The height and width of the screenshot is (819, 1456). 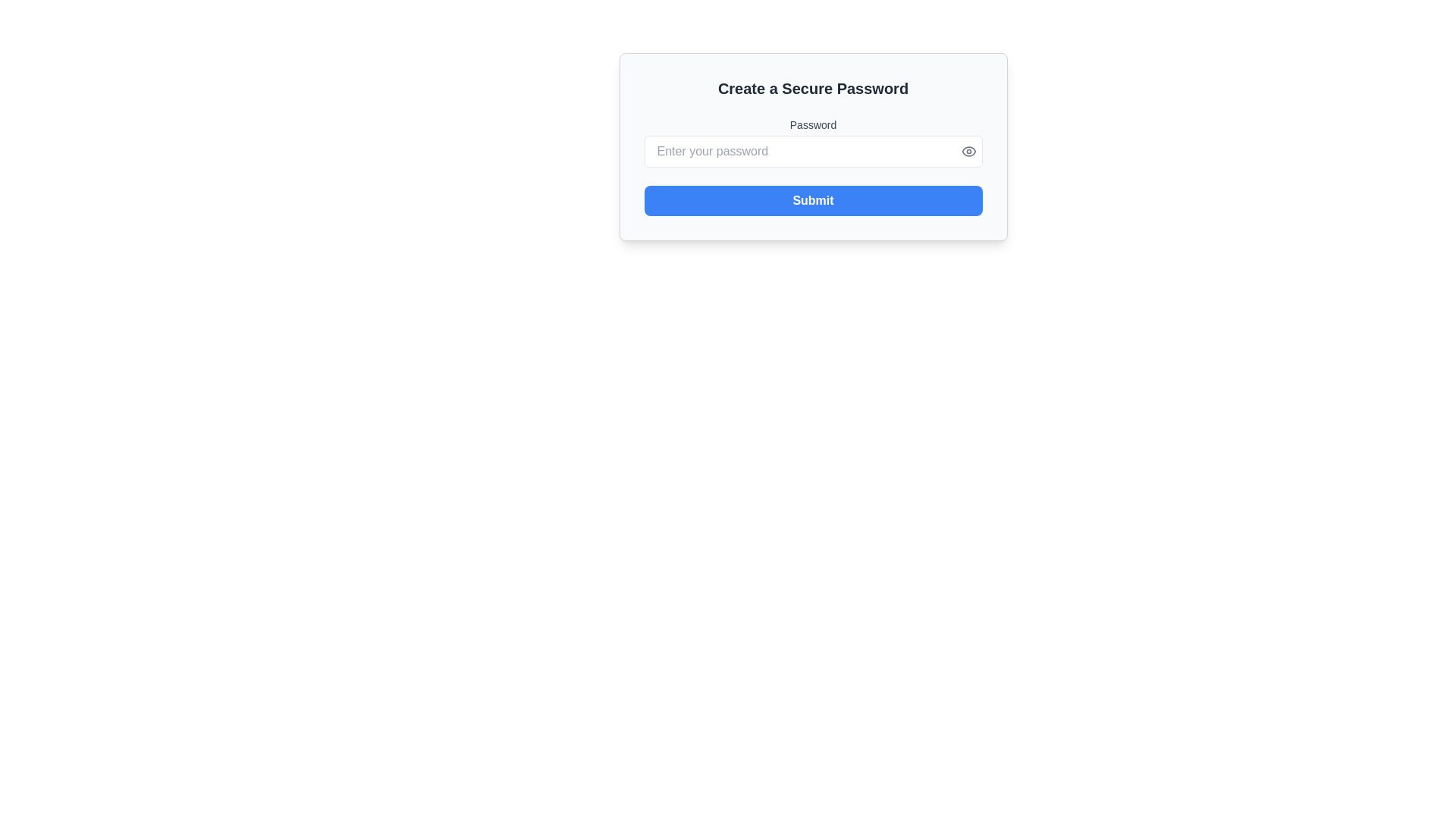 What do you see at coordinates (968, 152) in the screenshot?
I see `the visibility toggle button with an eye icon located to the right of the password input field` at bounding box center [968, 152].